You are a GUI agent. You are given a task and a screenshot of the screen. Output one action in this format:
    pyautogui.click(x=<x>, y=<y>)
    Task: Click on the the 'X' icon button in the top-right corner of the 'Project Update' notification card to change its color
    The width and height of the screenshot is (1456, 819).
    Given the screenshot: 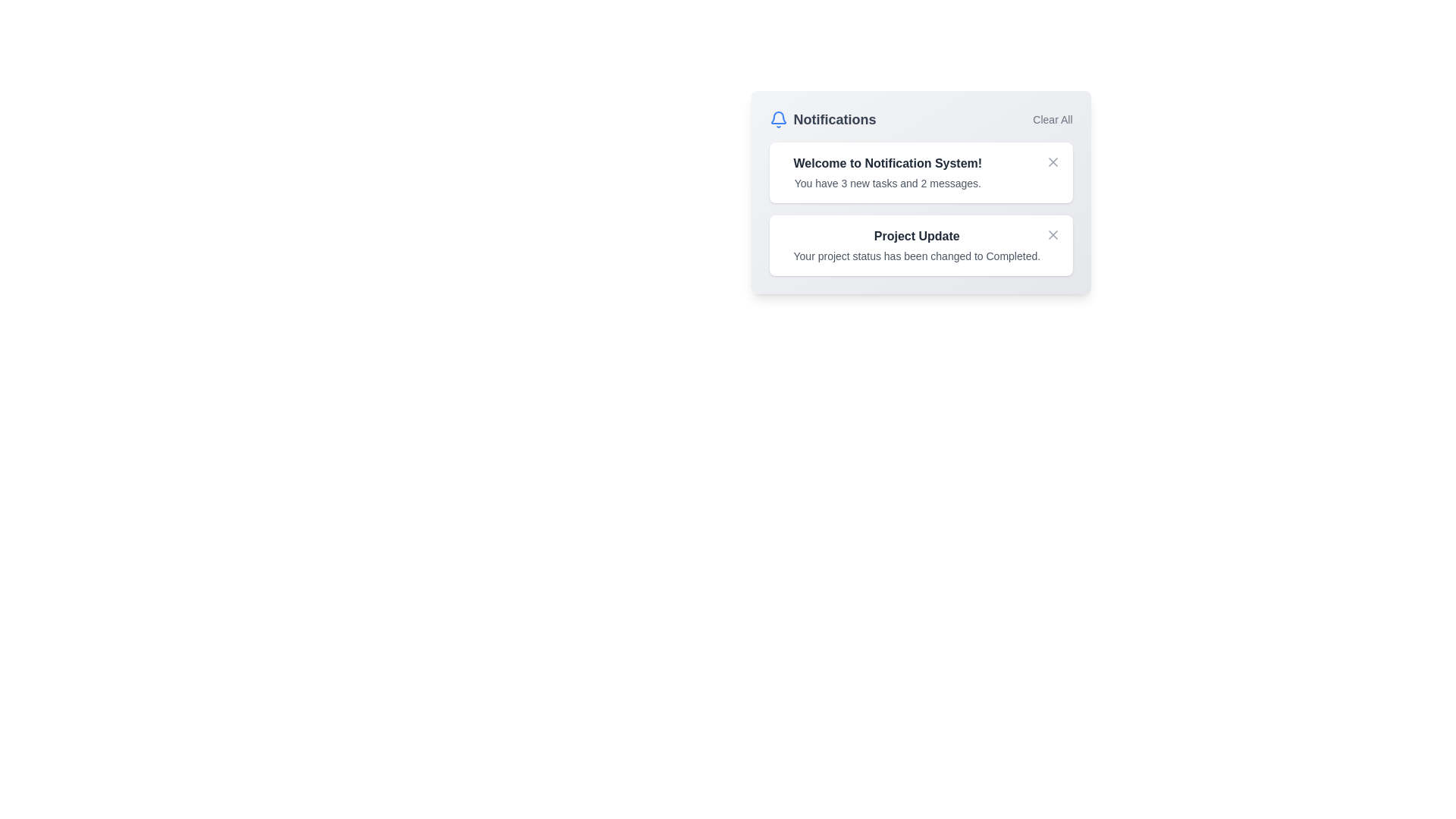 What is the action you would take?
    pyautogui.click(x=1052, y=234)
    